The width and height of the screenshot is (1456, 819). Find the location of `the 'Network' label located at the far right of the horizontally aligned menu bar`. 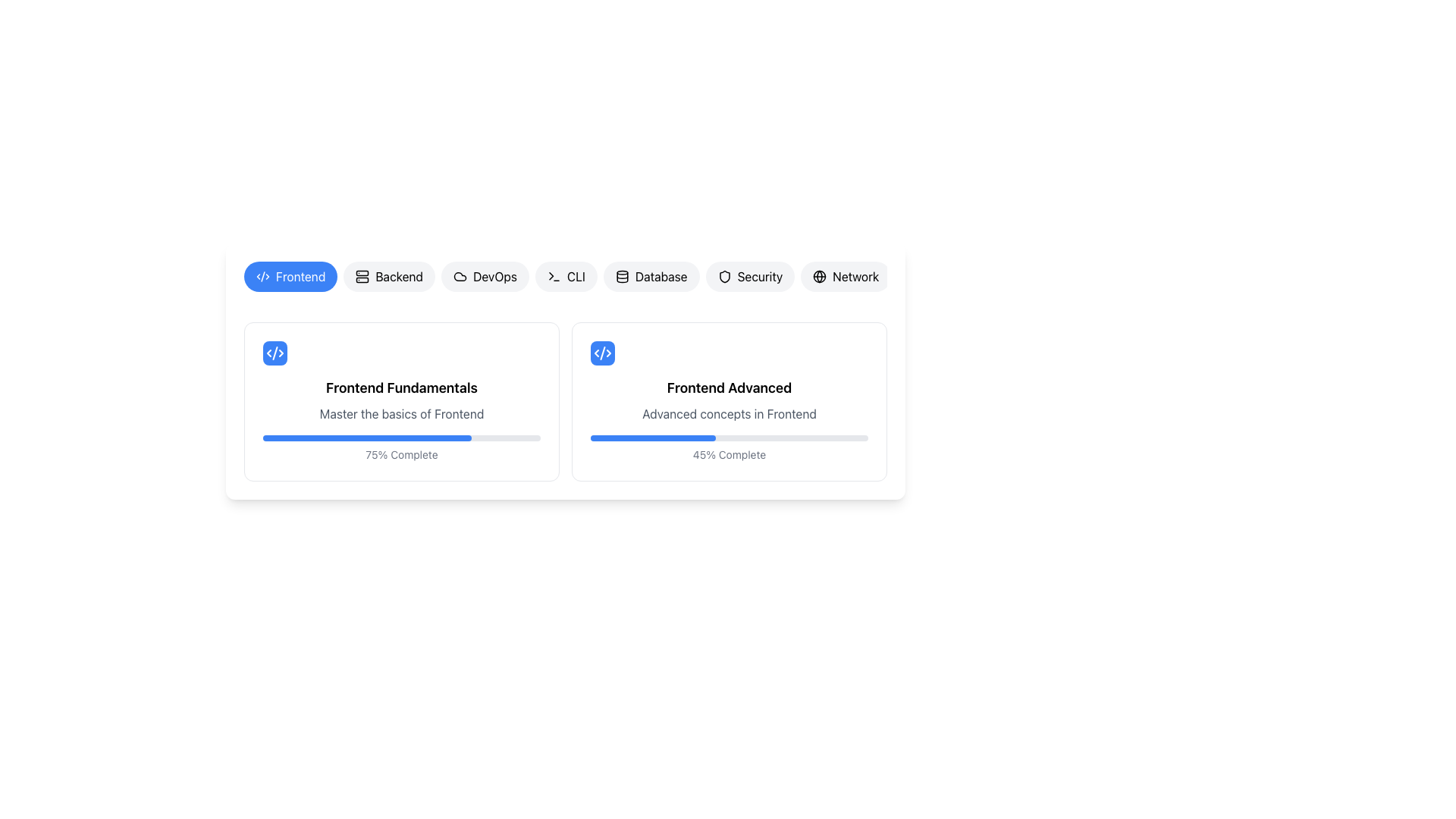

the 'Network' label located at the far right of the horizontally aligned menu bar is located at coordinates (855, 277).